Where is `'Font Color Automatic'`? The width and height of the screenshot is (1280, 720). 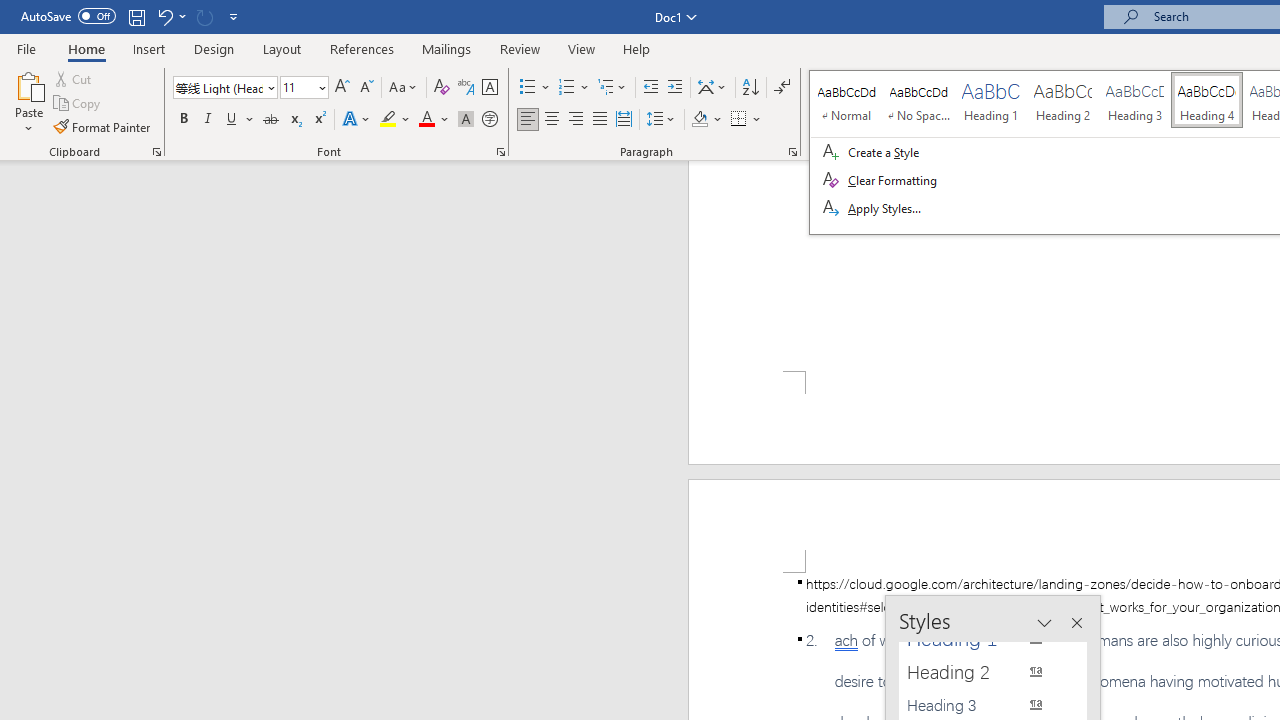
'Font Color Automatic' is located at coordinates (425, 119).